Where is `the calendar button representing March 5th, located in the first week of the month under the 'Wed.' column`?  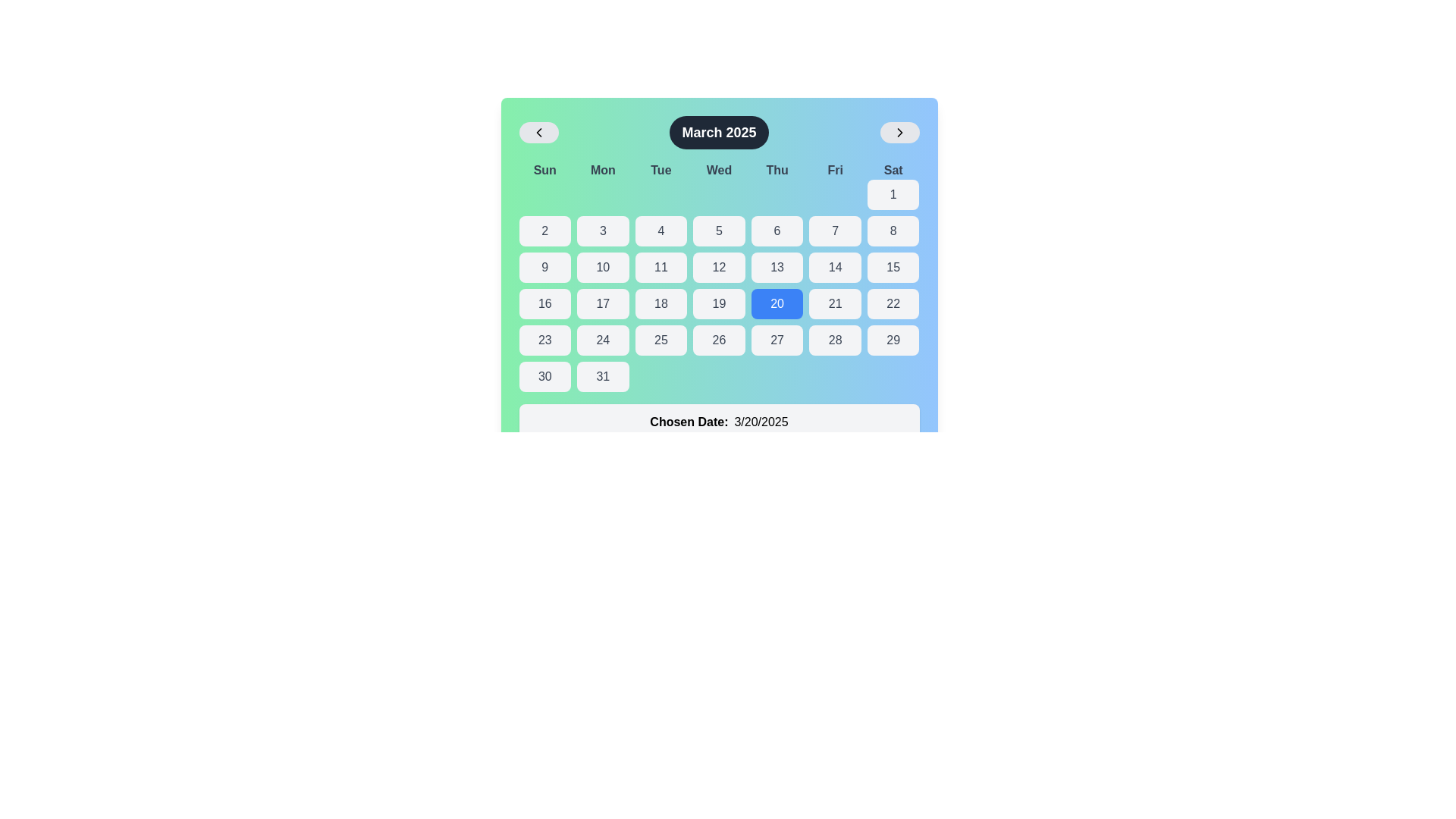 the calendar button representing March 5th, located in the first week of the month under the 'Wed.' column is located at coordinates (718, 231).